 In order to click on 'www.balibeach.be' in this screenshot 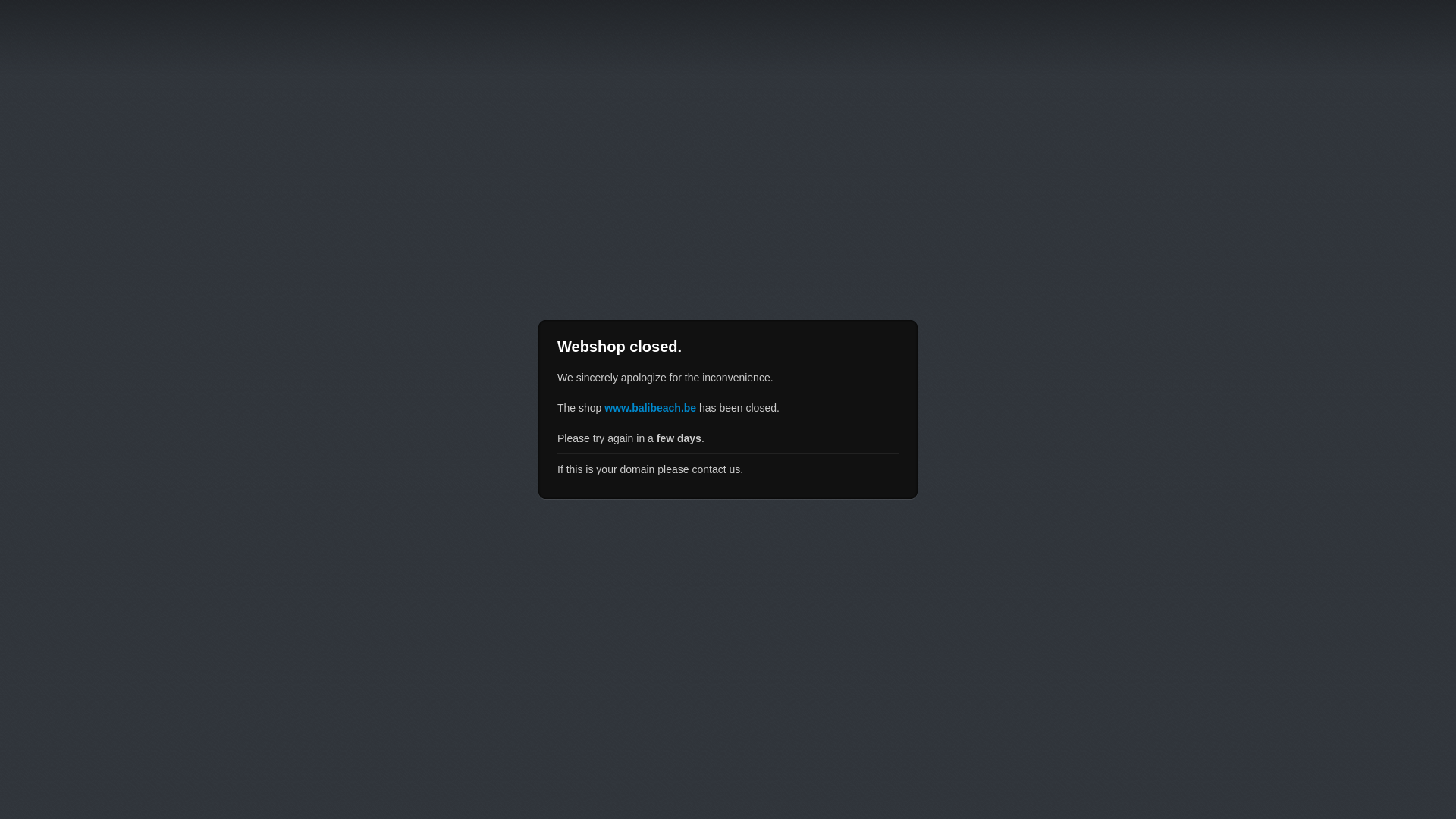, I will do `click(650, 406)`.